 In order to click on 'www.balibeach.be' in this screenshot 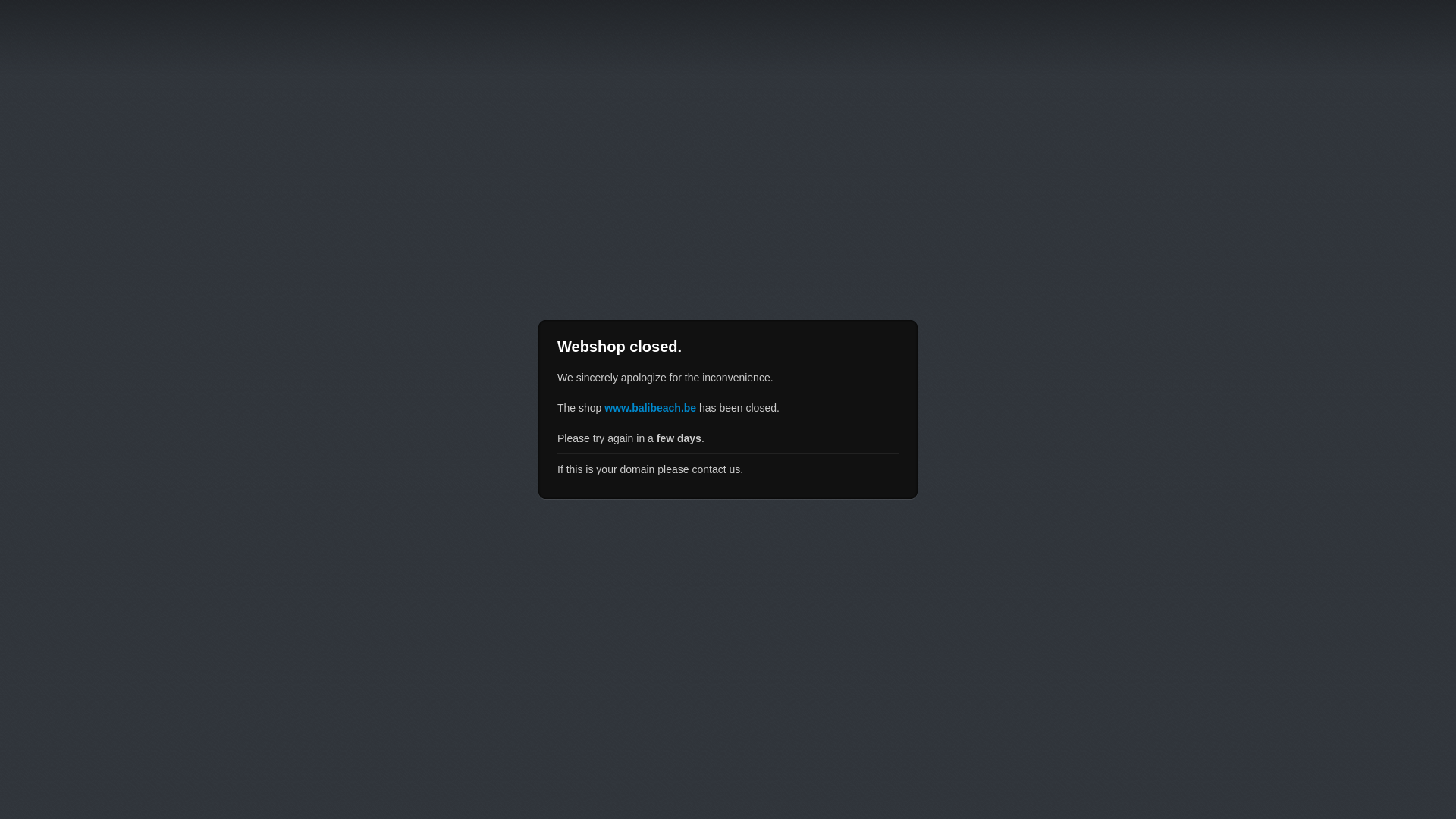, I will do `click(650, 406)`.